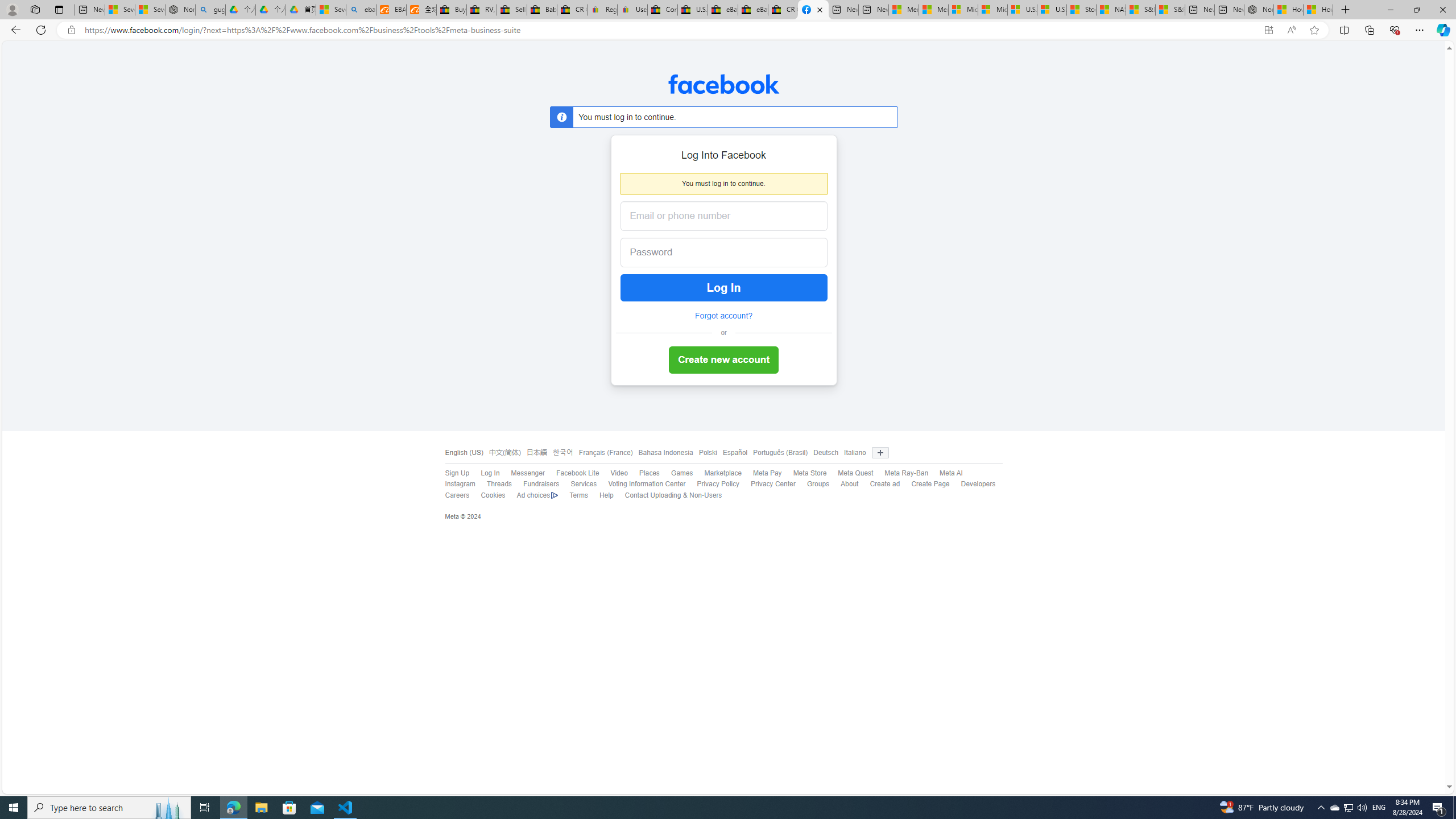 The width and height of the screenshot is (1456, 819). I want to click on 'How to Use a Monitor With Your Closed Laptop', so click(1318, 9).